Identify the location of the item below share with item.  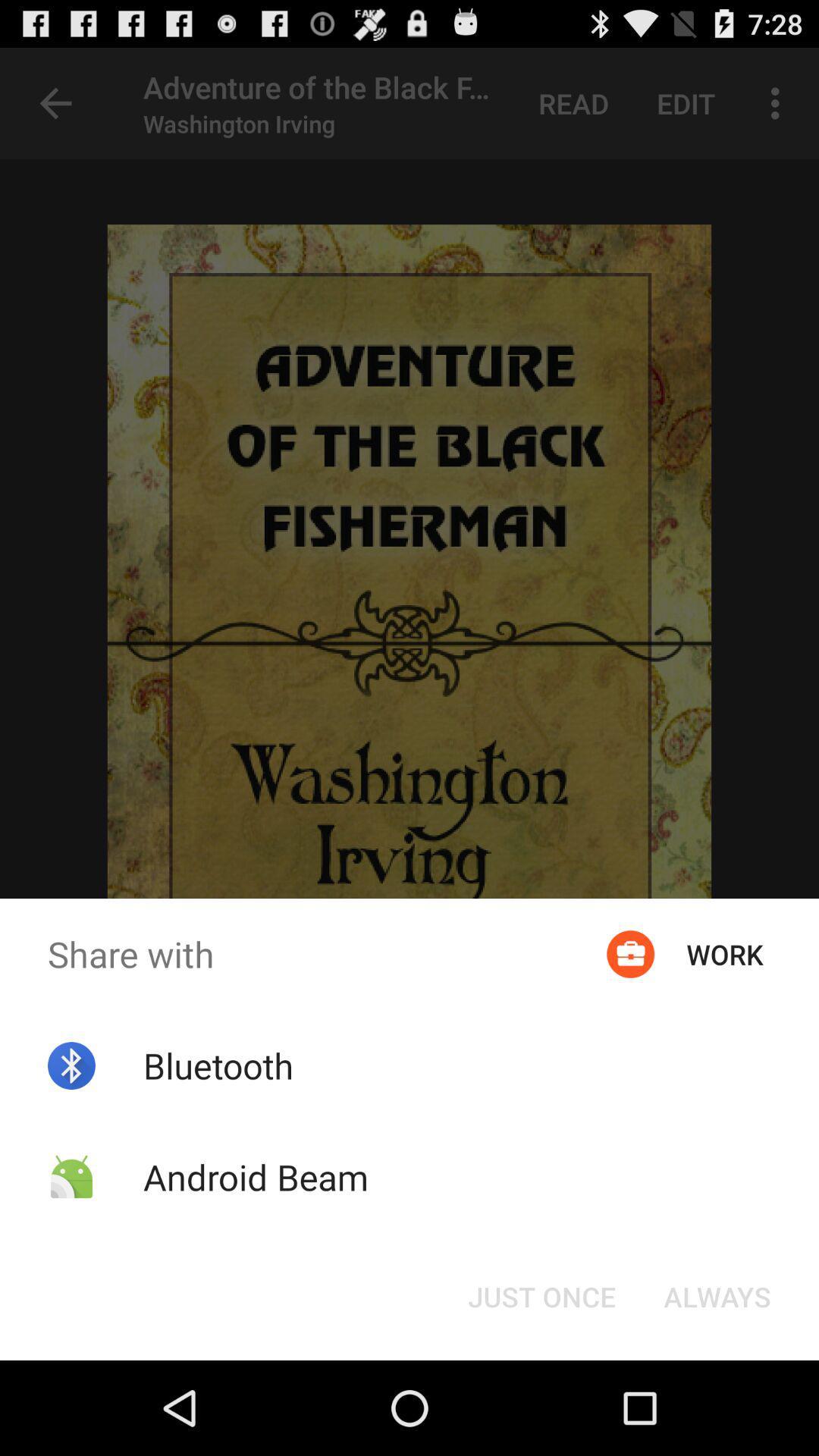
(541, 1295).